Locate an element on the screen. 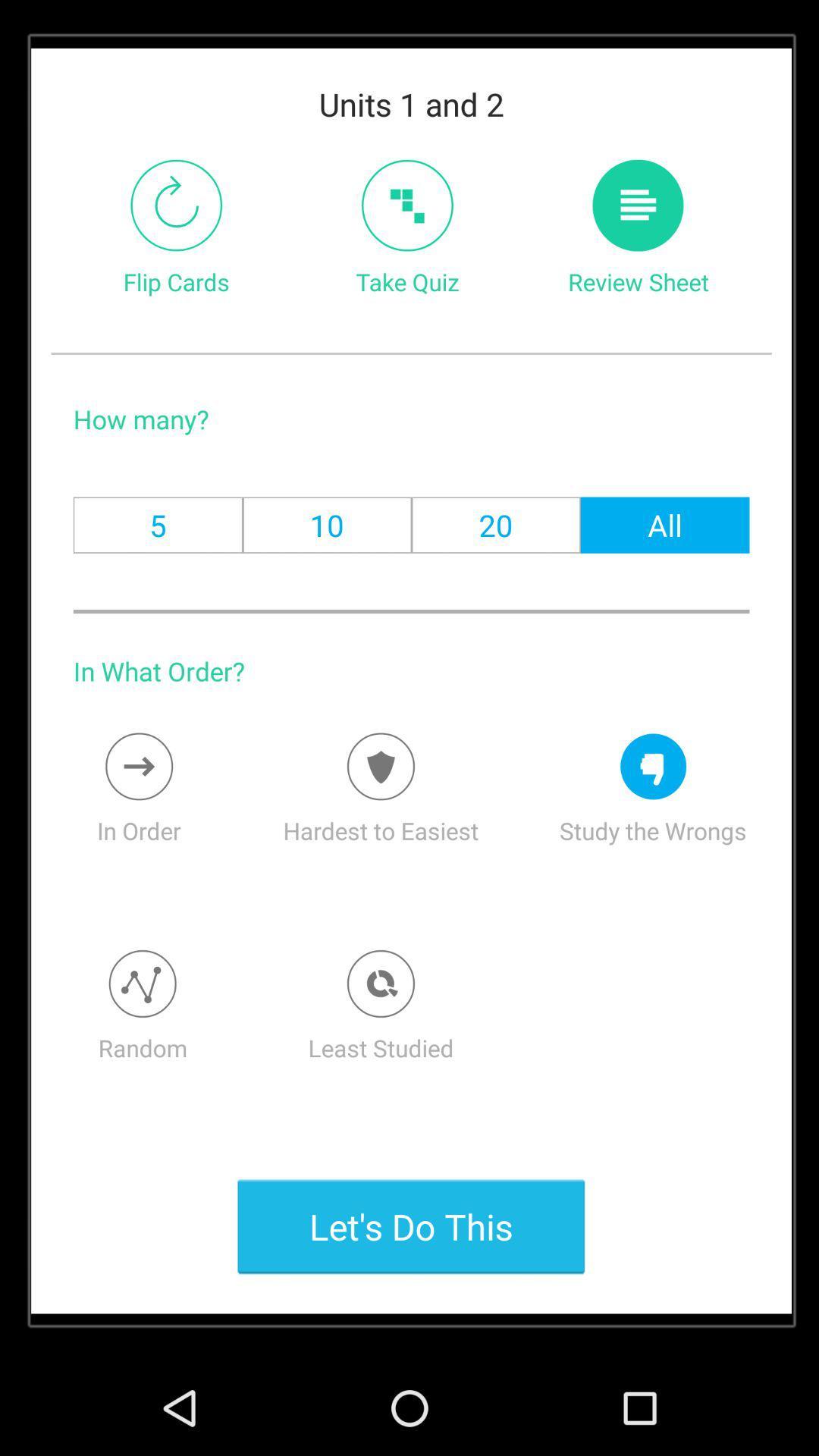 Image resolution: width=819 pixels, height=1456 pixels. the icon to the left of the review sheet item is located at coordinates (406, 205).